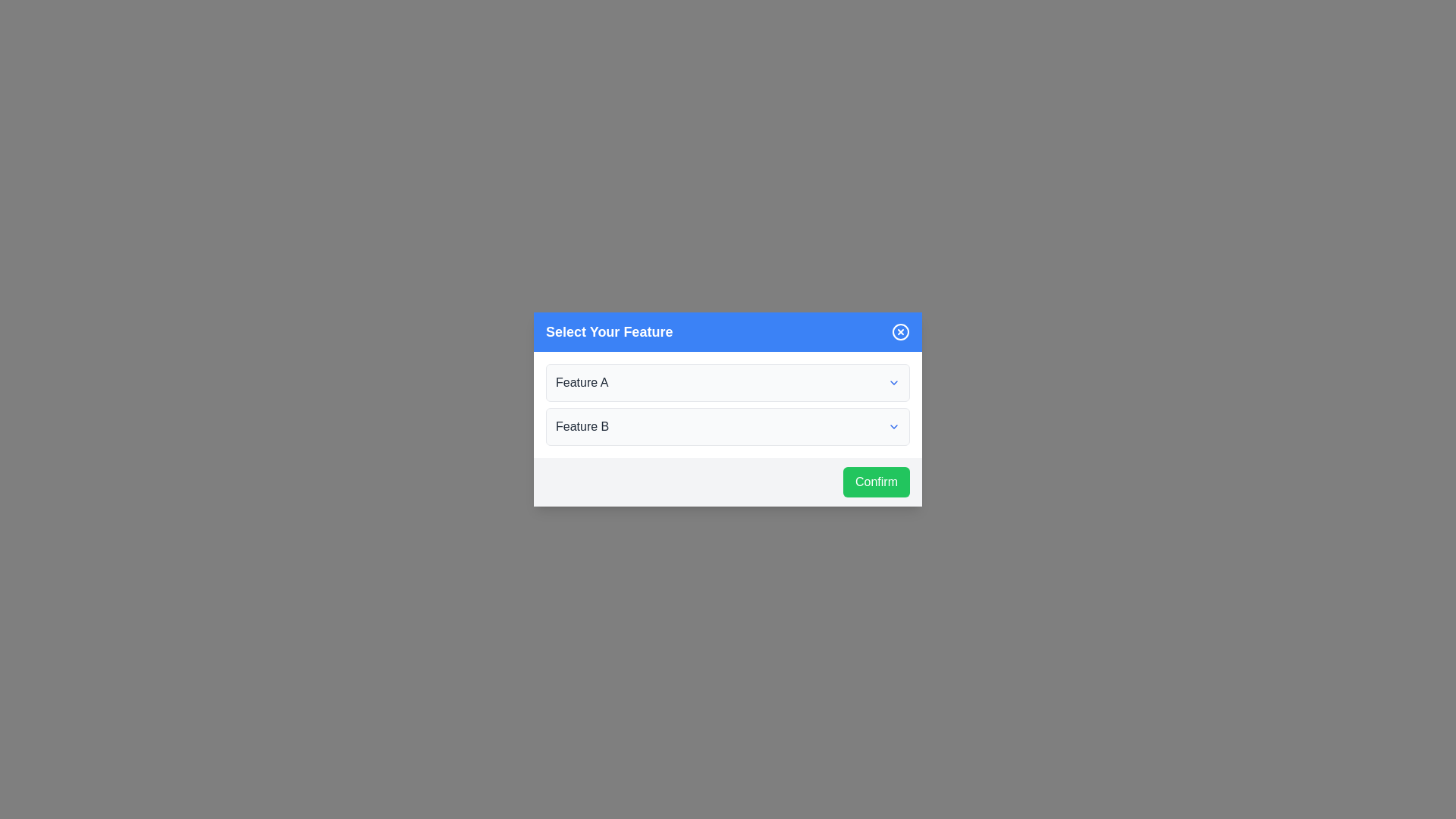 This screenshot has width=1456, height=819. What do you see at coordinates (901, 331) in the screenshot?
I see `the close button located at the top-right corner of the 'Select Your Feature' dialog` at bounding box center [901, 331].